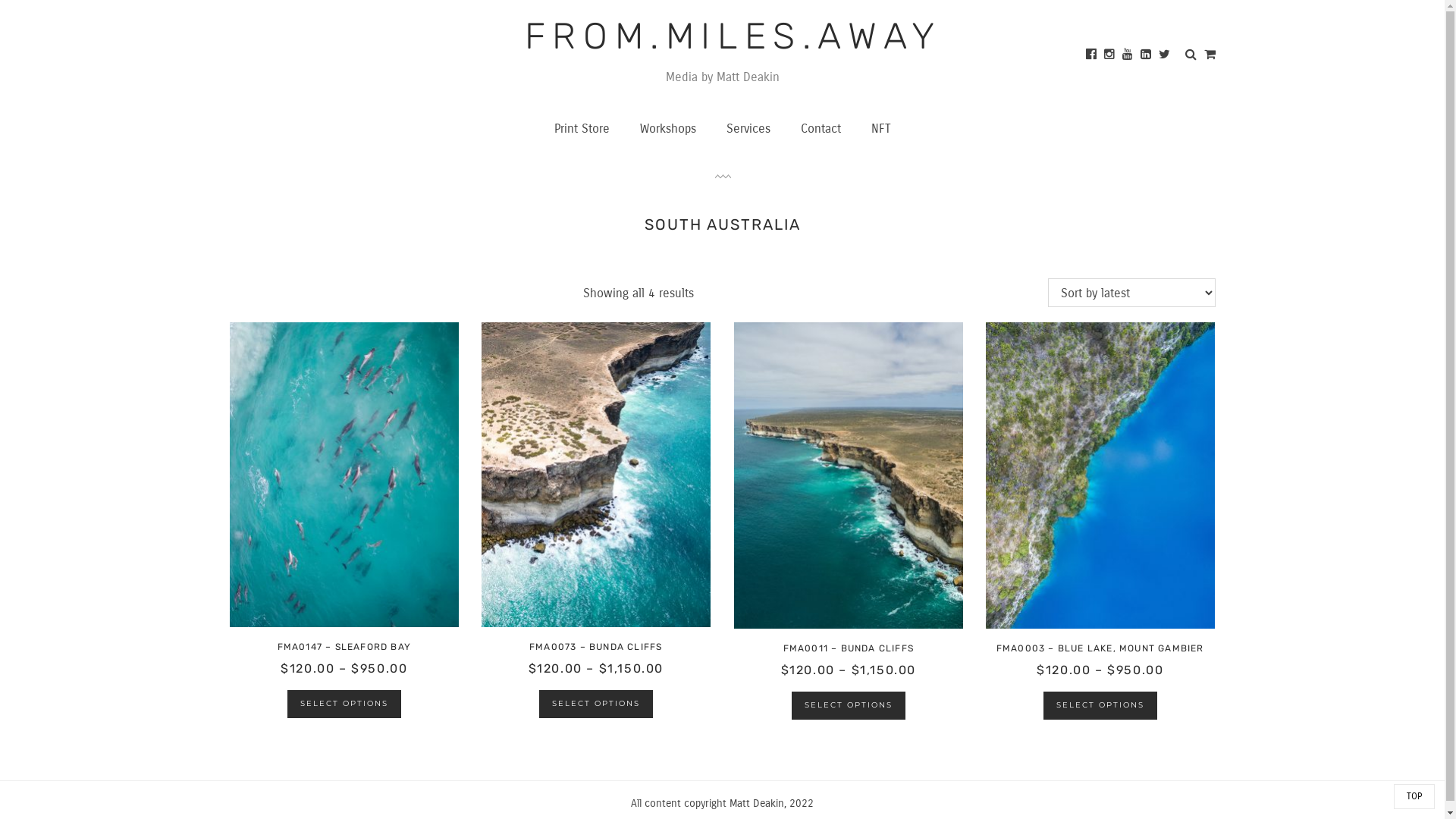 This screenshot has height=819, width=1456. I want to click on 'Contact', so click(820, 127).